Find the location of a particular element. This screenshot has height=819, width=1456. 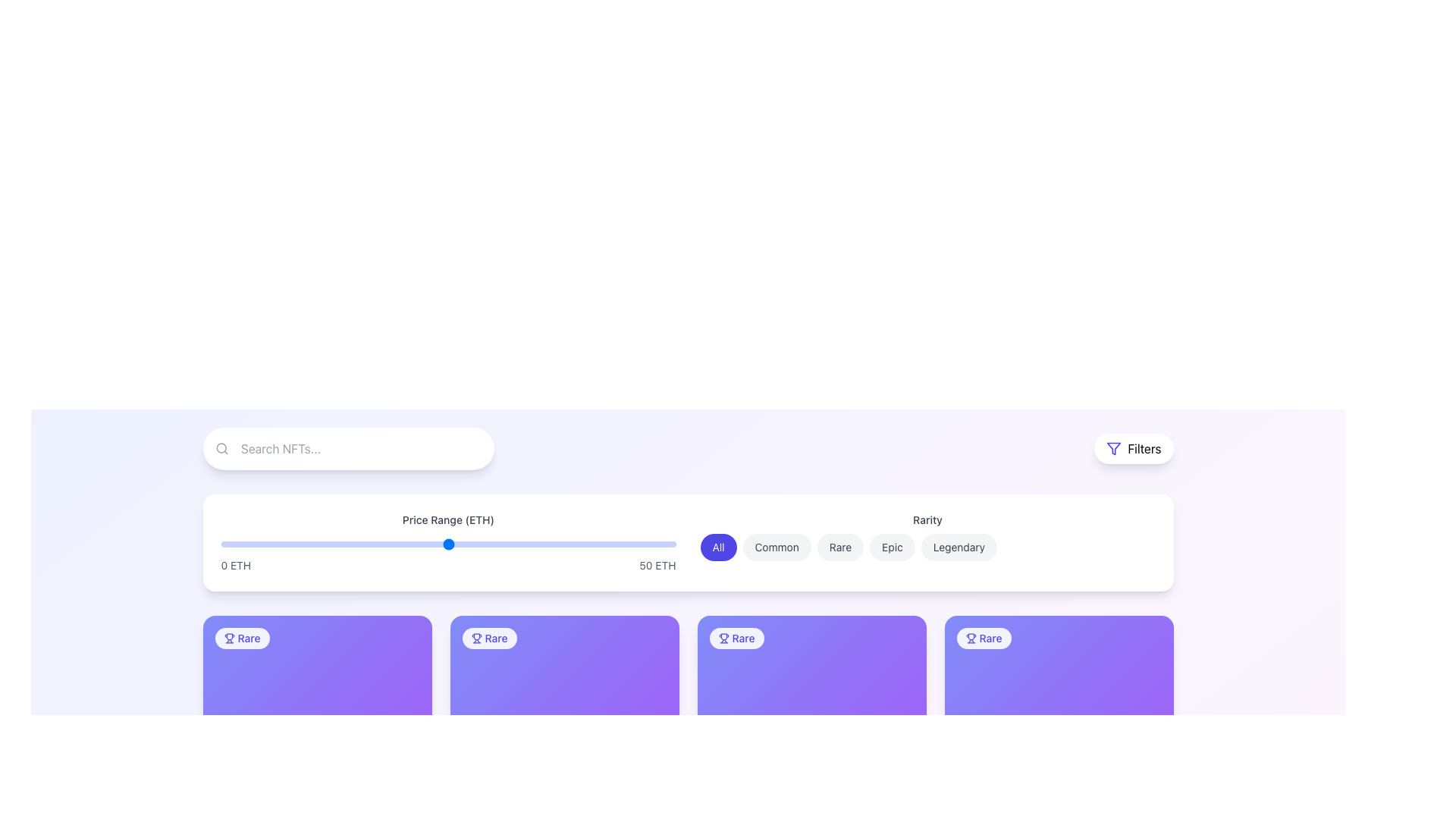

the price range slider is located at coordinates (512, 543).